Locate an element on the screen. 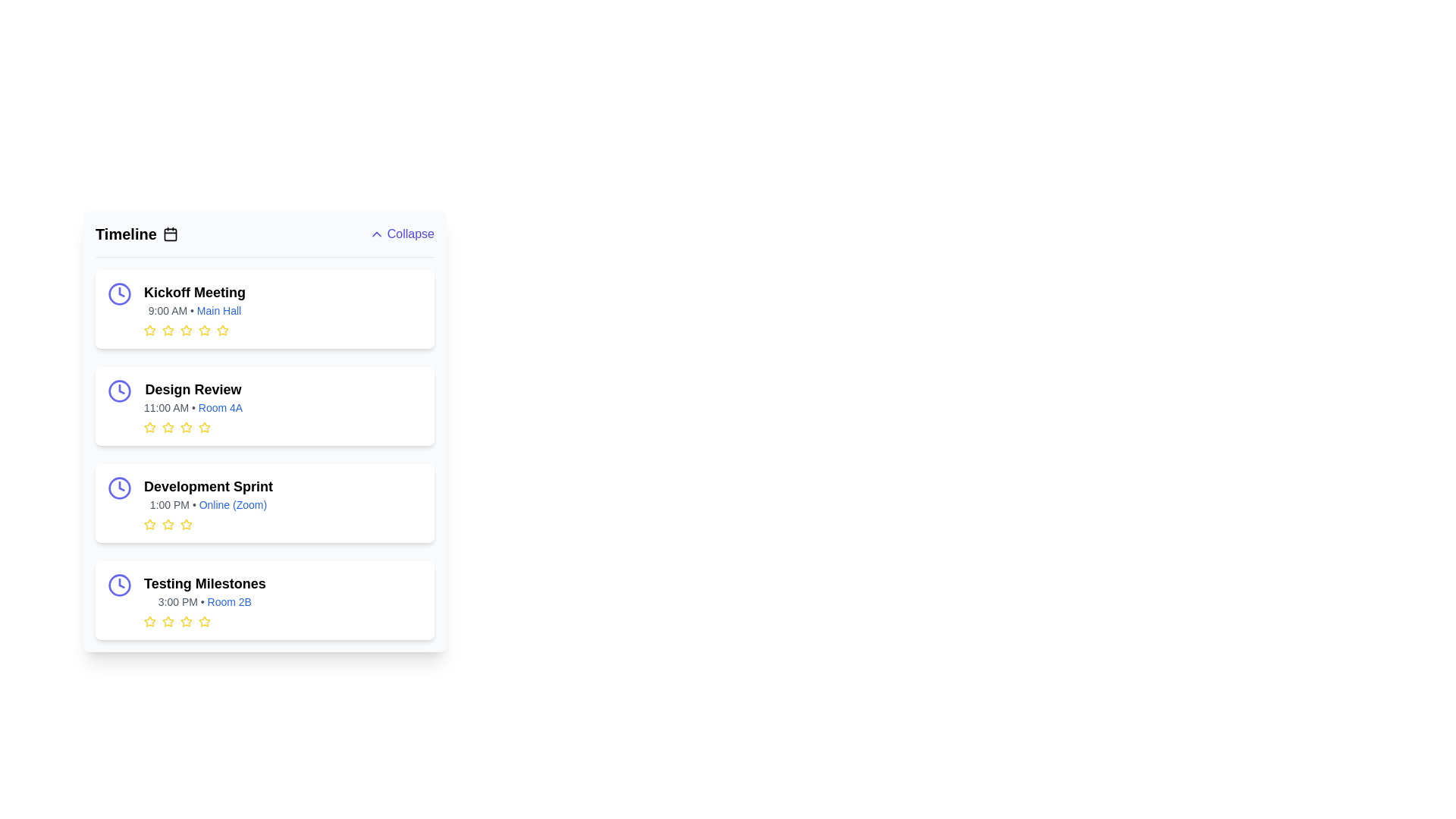 The image size is (1456, 819). the leftmost rating star in the third entry of the timeline list for the 'Development Sprint' event is located at coordinates (149, 523).